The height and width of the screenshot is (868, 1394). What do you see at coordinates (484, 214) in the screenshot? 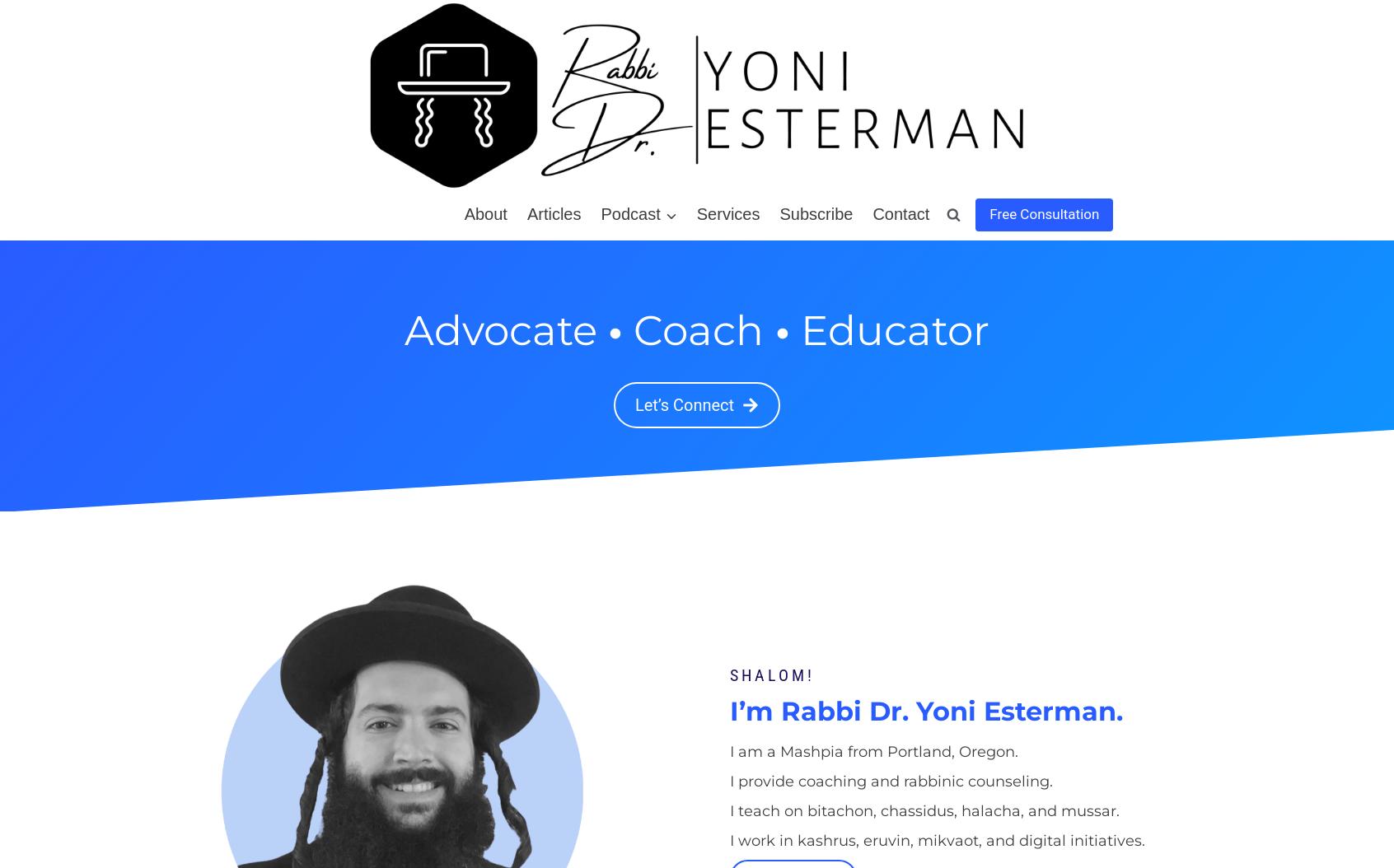
I see `'About'` at bounding box center [484, 214].